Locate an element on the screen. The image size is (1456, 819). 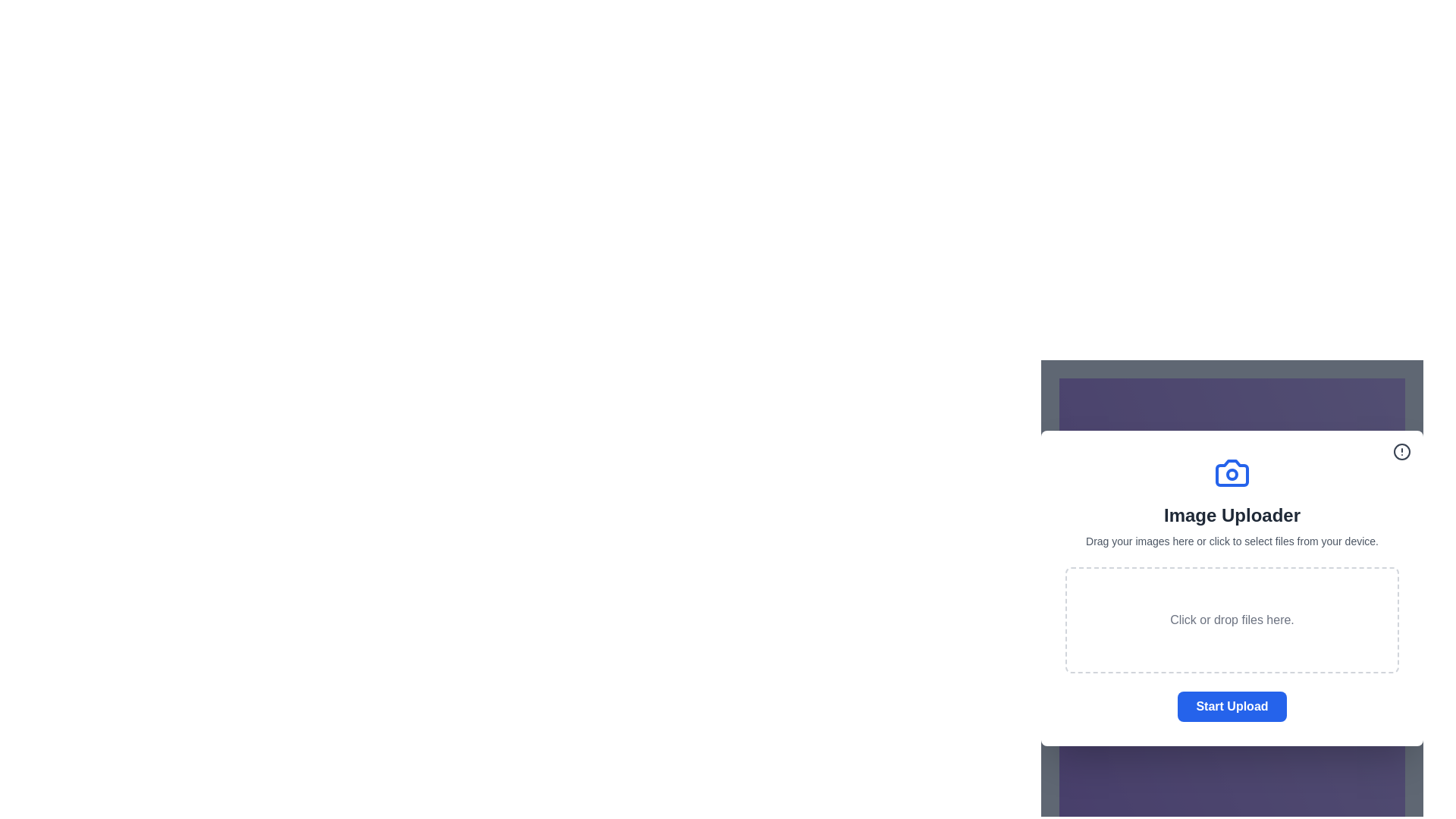
the Text Header that serves as the main heading for the image uploading section, located centered above a description and below a camera icon is located at coordinates (1232, 514).